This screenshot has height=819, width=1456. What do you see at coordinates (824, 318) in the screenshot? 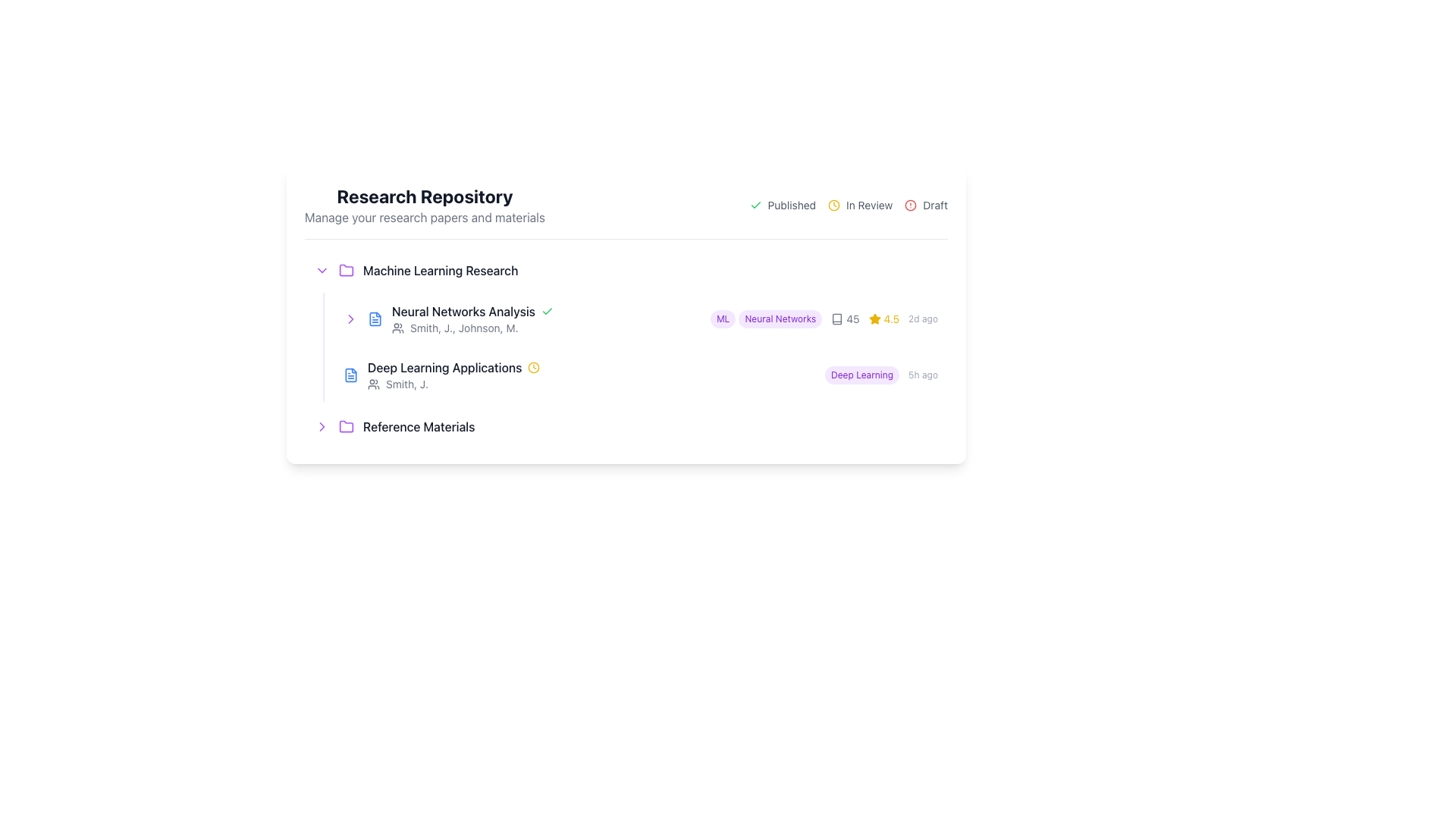
I see `icons in the composite UI component that includes badges, a text label, and star rating, located at the right-hand side of 'Neural Networks Analysis'` at bounding box center [824, 318].